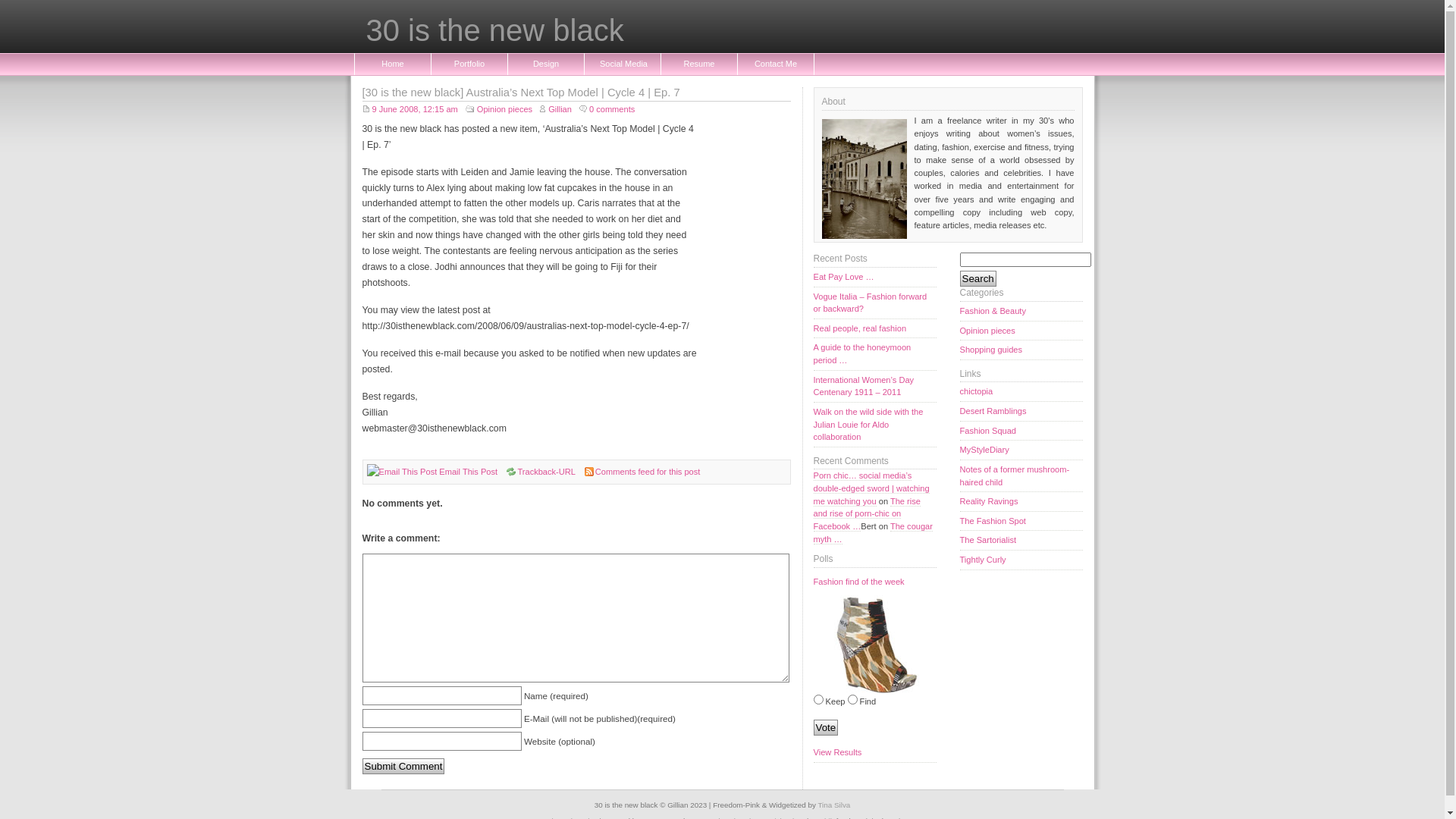  Describe the element at coordinates (959, 540) in the screenshot. I see `'The Sartorialist'` at that location.